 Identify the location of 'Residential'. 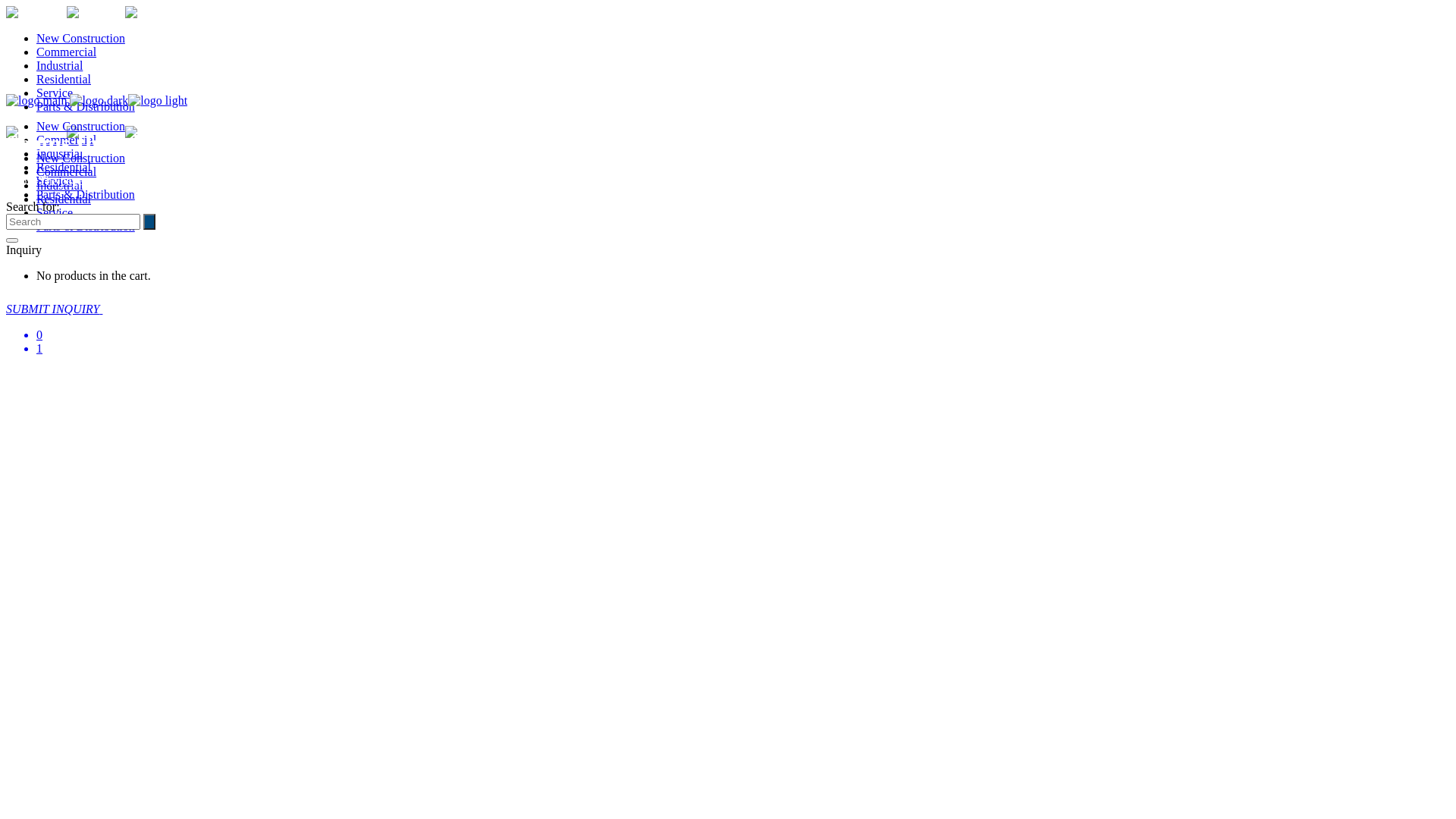
(36, 198).